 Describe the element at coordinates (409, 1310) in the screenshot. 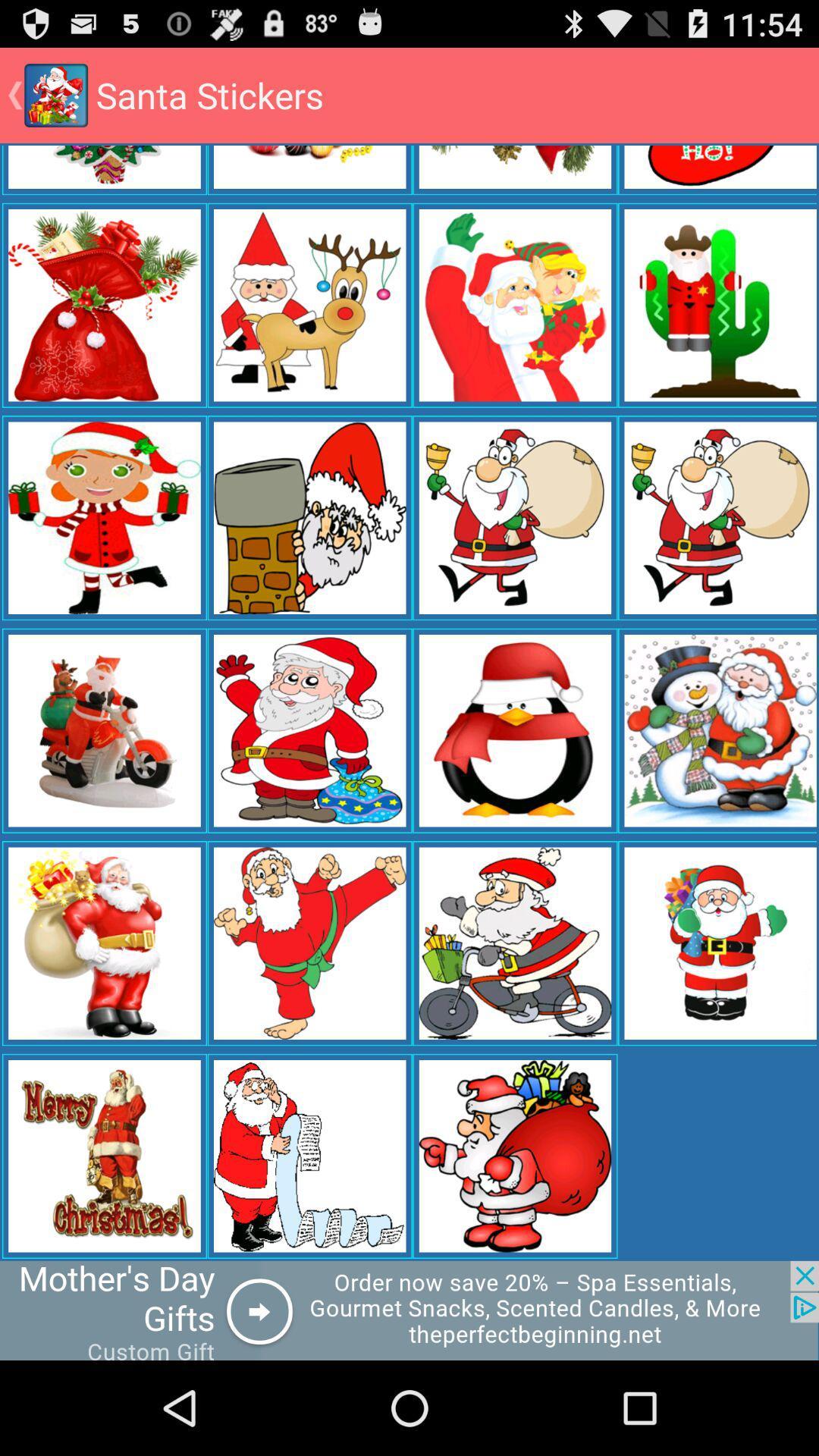

I see `advertiser banner` at that location.